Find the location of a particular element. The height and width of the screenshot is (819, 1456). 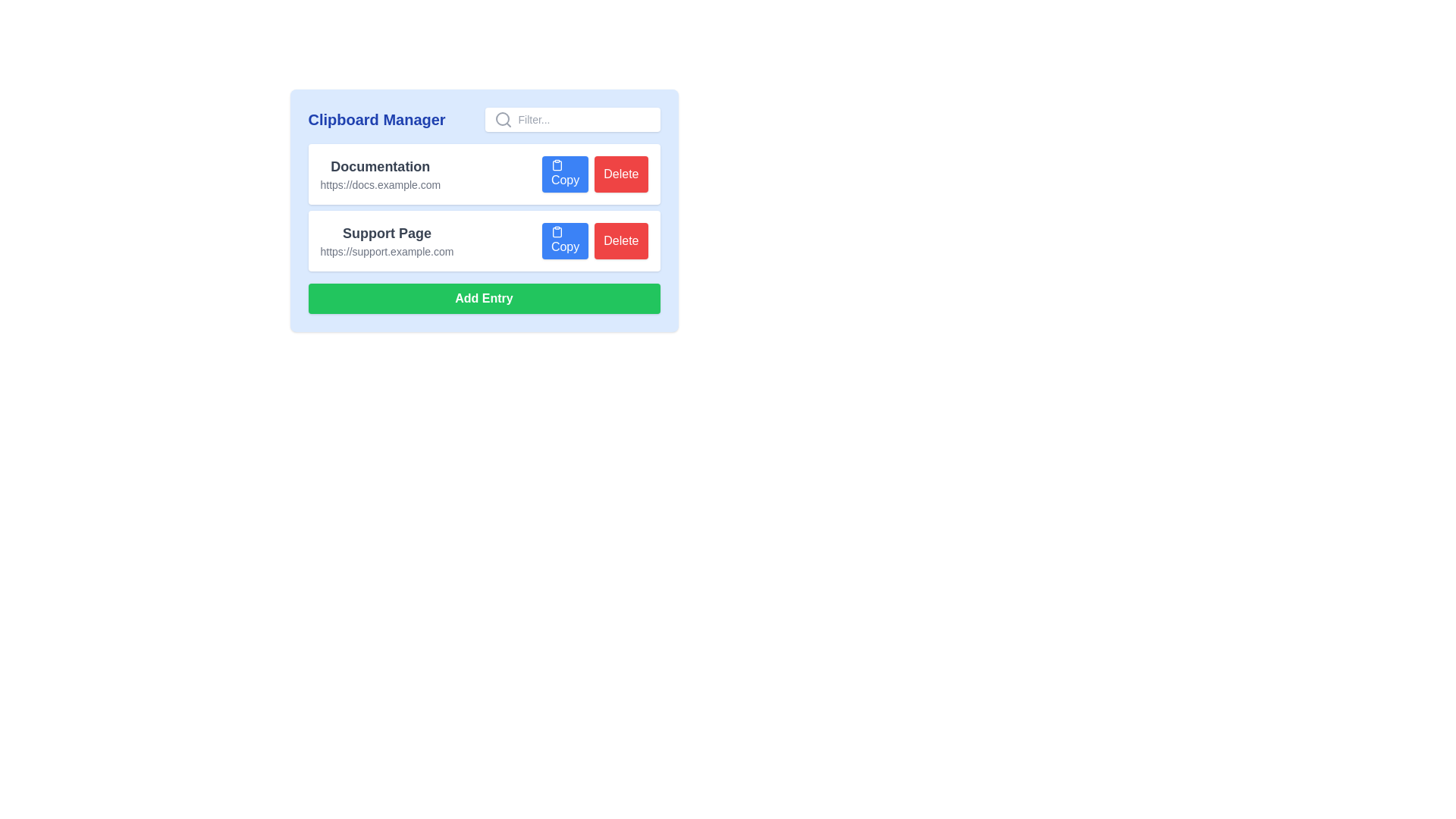

the 'Copy' button in the 'Support Page' list item entry is located at coordinates (483, 240).